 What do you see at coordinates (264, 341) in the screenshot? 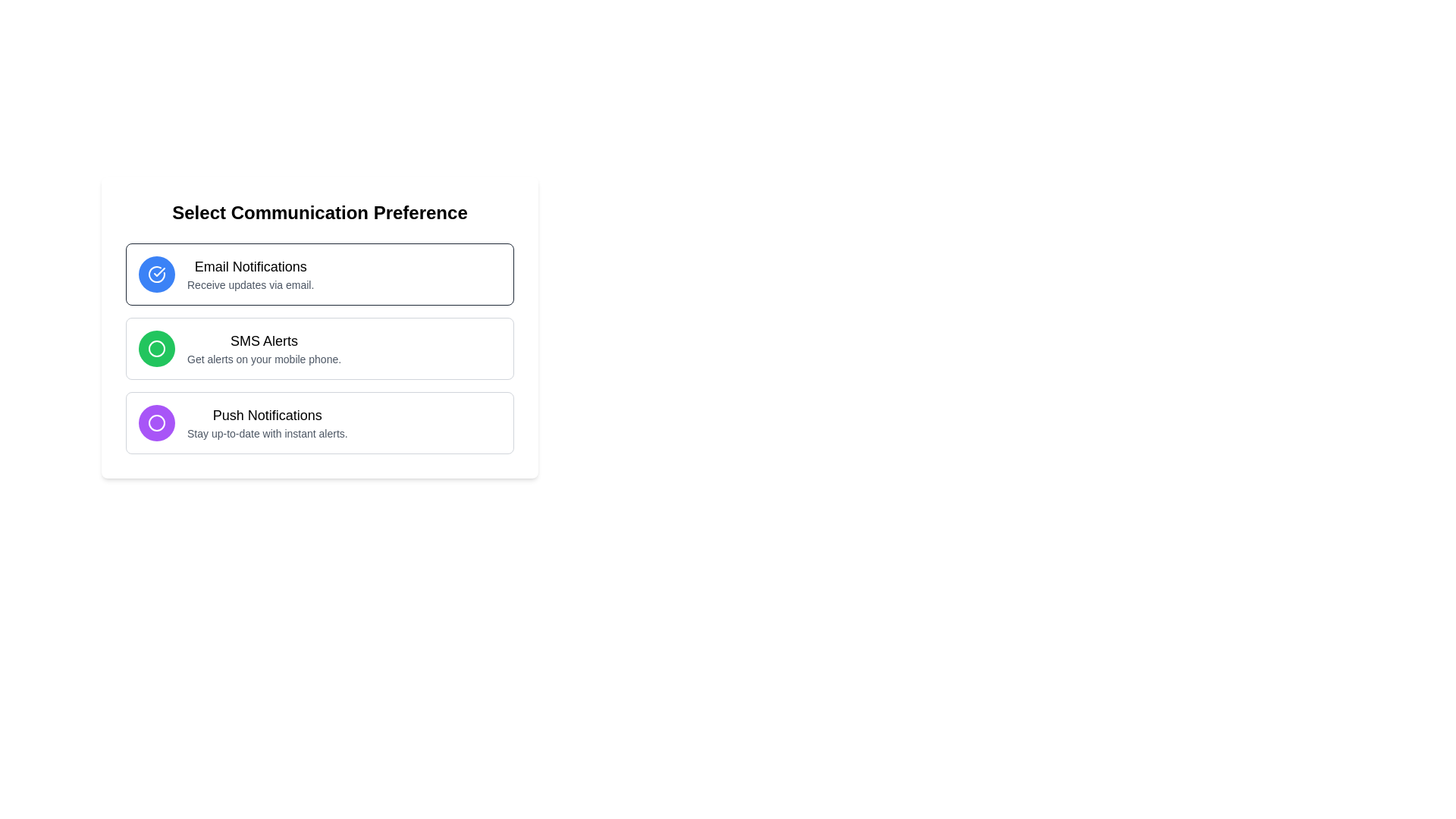
I see `the 'SMS Alerts' text label, which is centrally aligned within the second option box of communication preferences, to interact with it` at bounding box center [264, 341].